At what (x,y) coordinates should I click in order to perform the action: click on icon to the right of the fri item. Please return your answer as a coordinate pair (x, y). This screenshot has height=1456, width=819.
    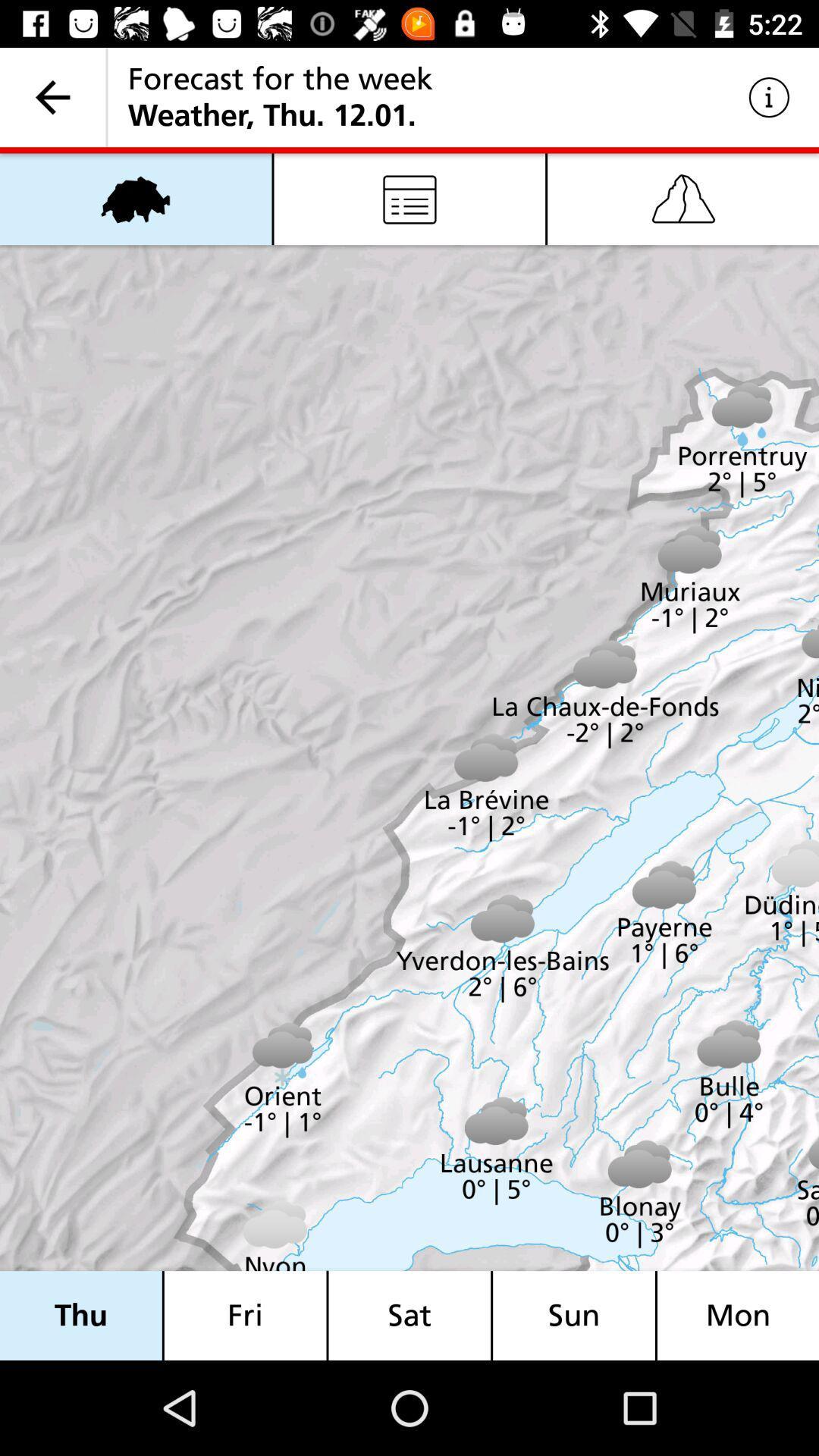
    Looking at the image, I should click on (409, 1315).